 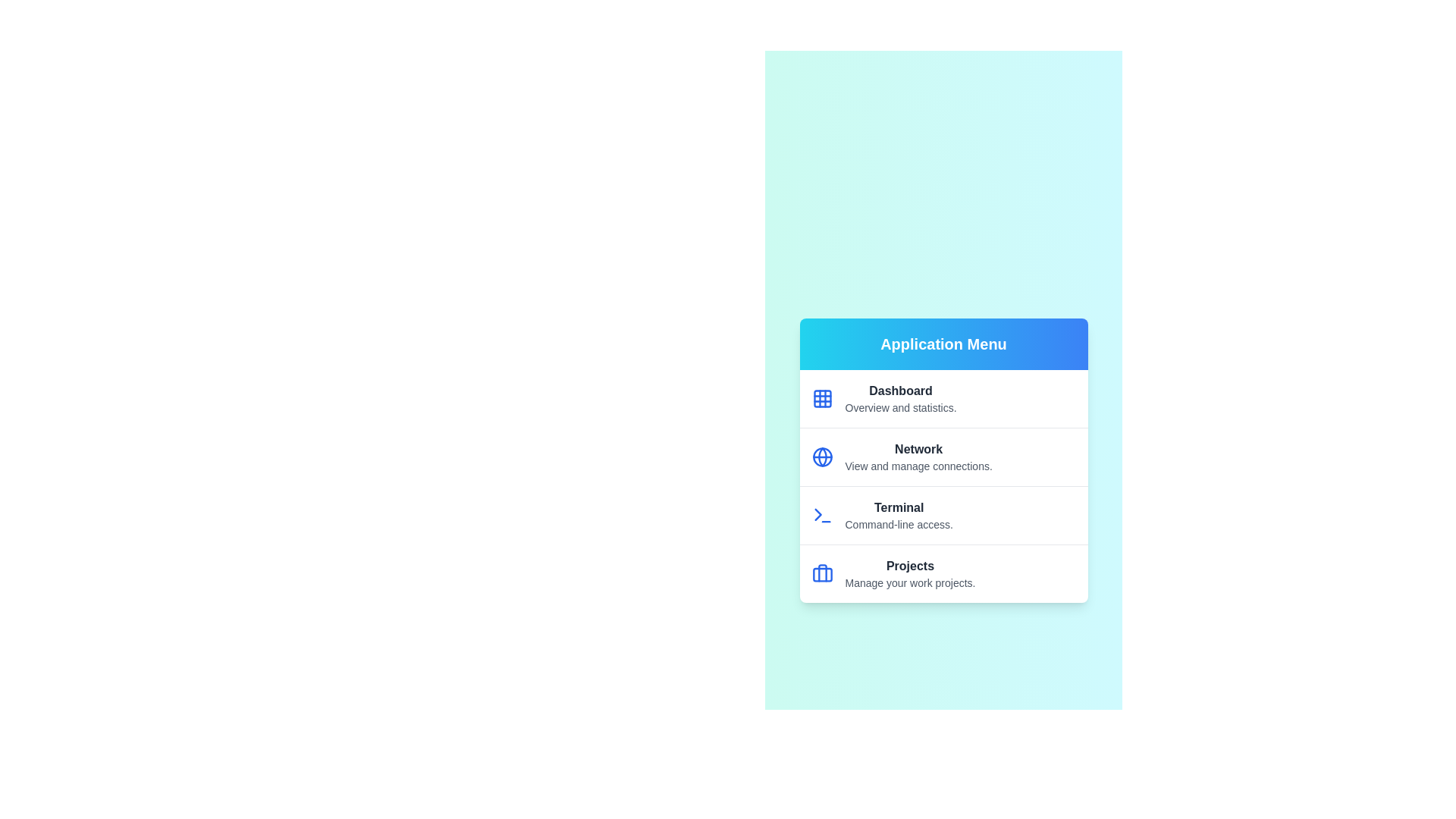 I want to click on the icon for the menu item labeled Terminal, so click(x=821, y=514).